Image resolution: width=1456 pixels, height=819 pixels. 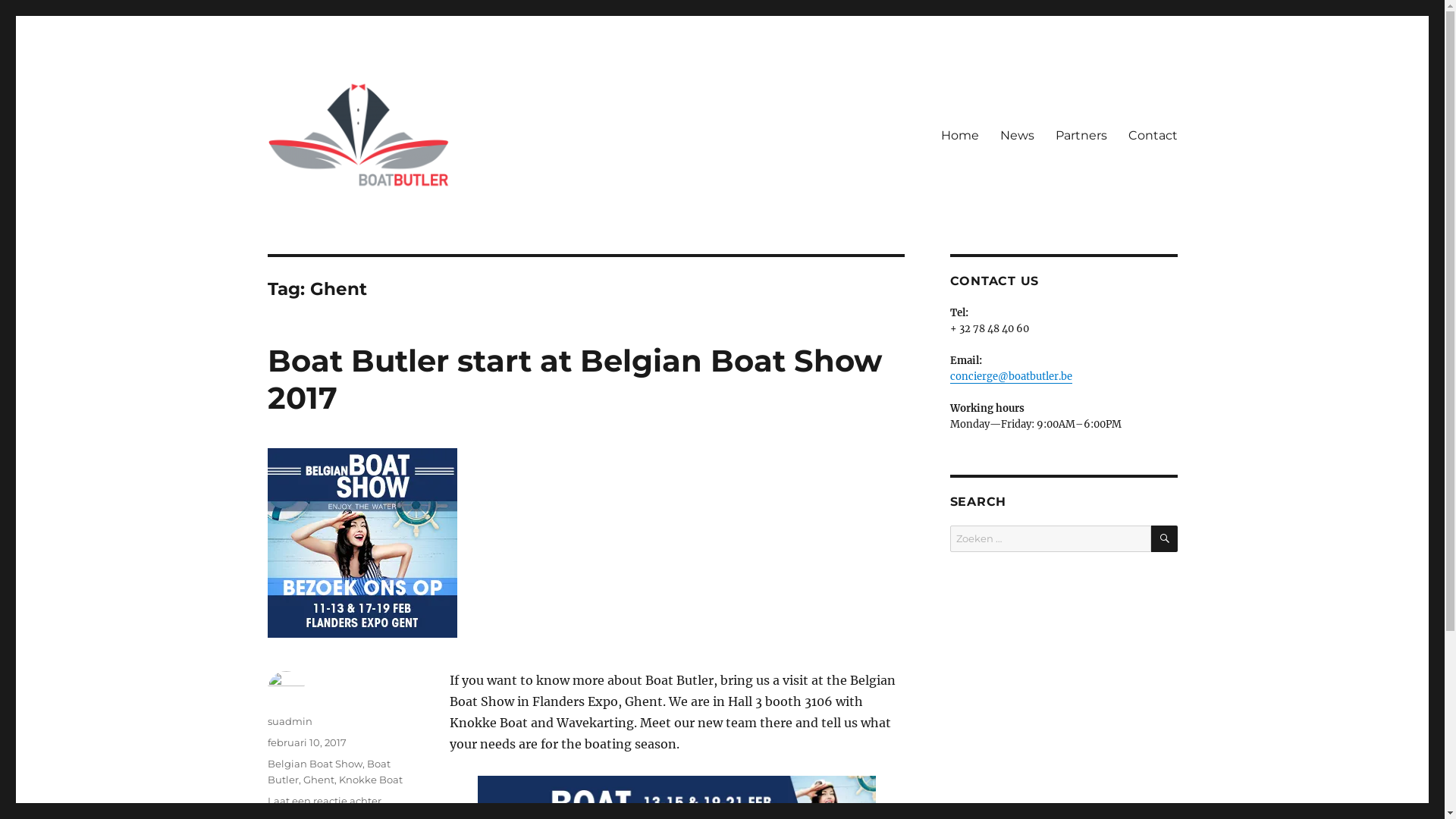 I want to click on 'Partners', so click(x=1080, y=133).